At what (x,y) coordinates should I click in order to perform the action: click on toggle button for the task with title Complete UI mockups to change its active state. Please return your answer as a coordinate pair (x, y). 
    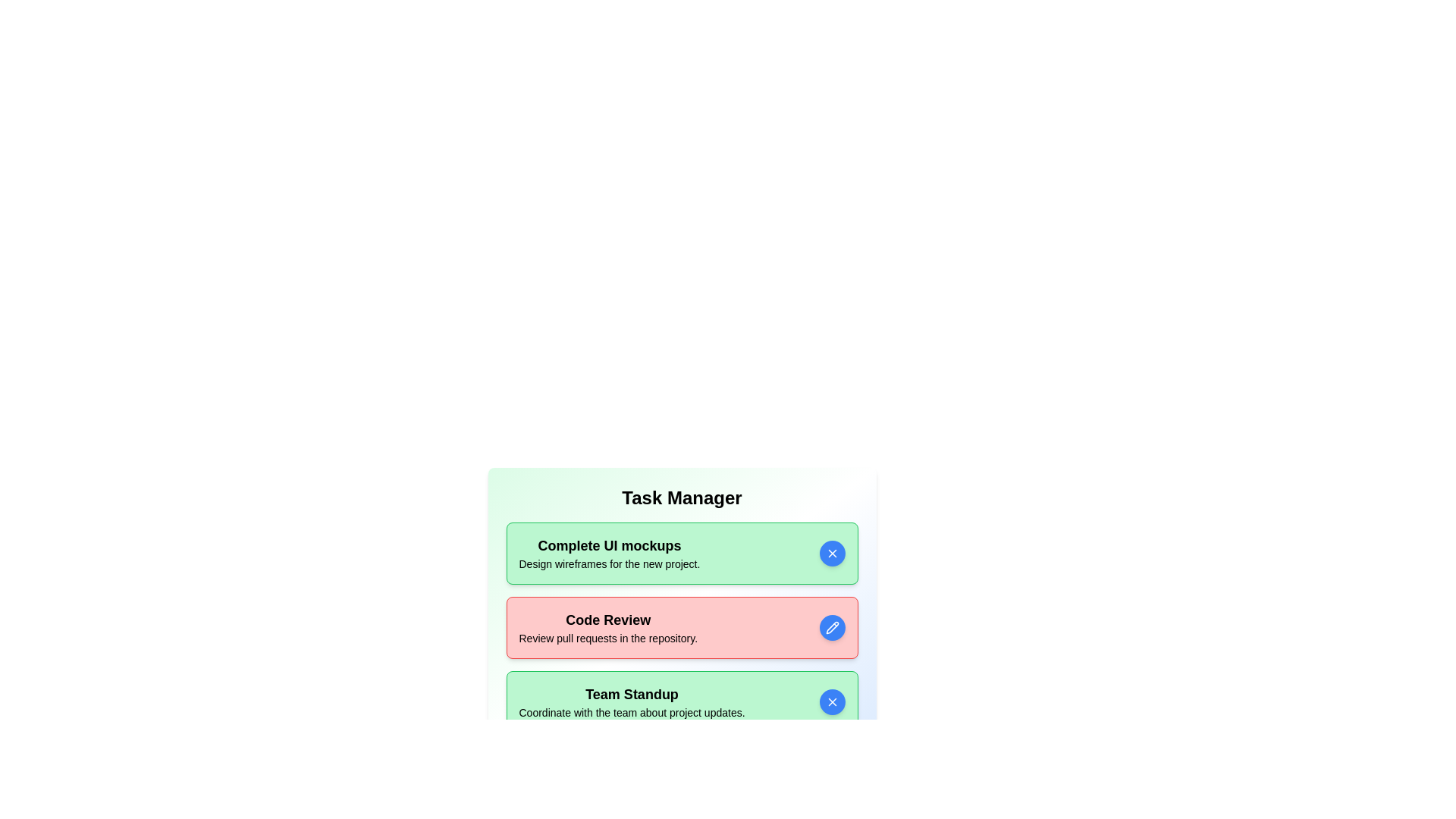
    Looking at the image, I should click on (831, 553).